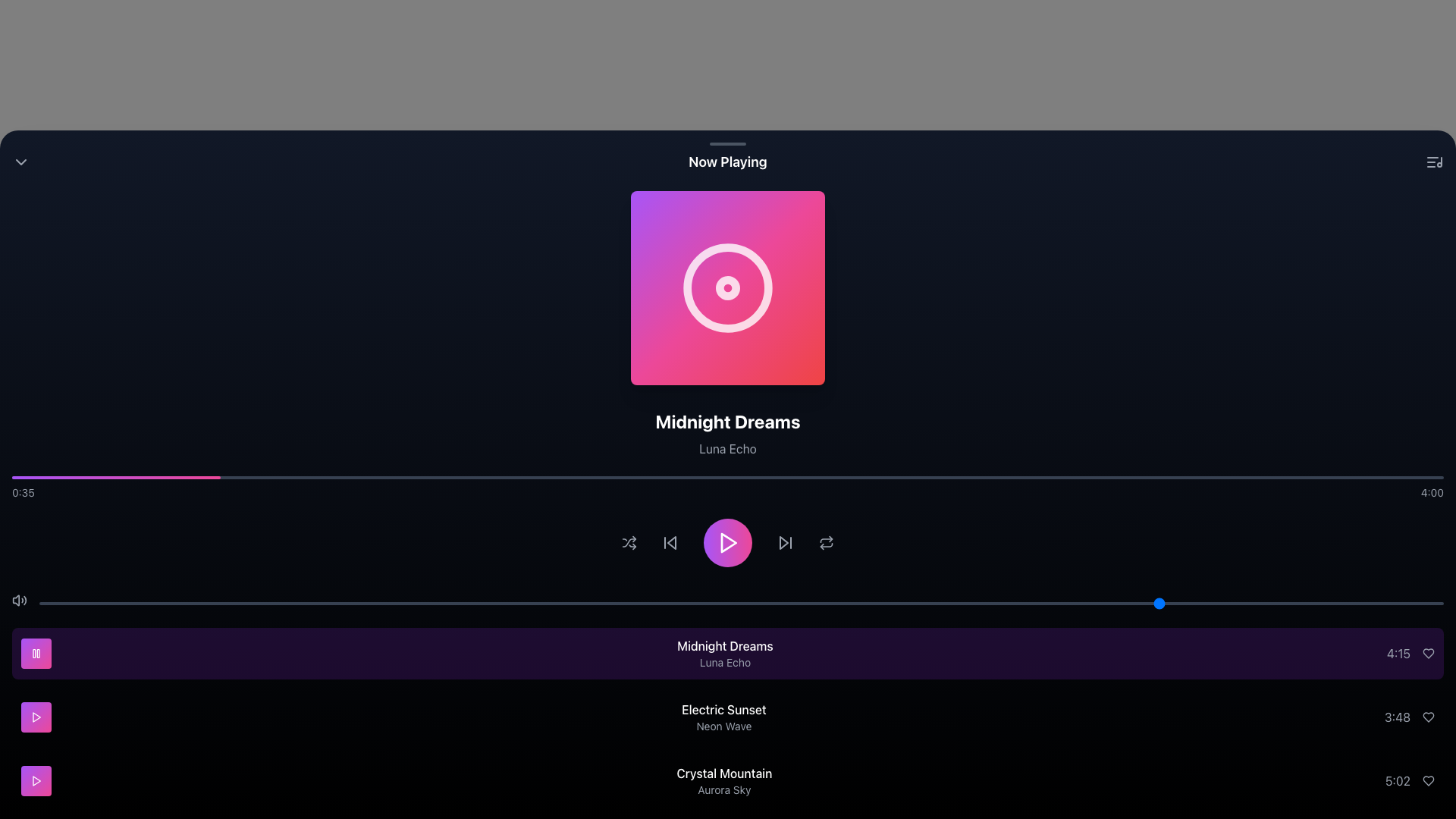  I want to click on the Text Display element that shows 'Midnight Dreams' in bold and 'Luna Echo' in smaller gray text, located near the center of the interface, so click(728, 433).